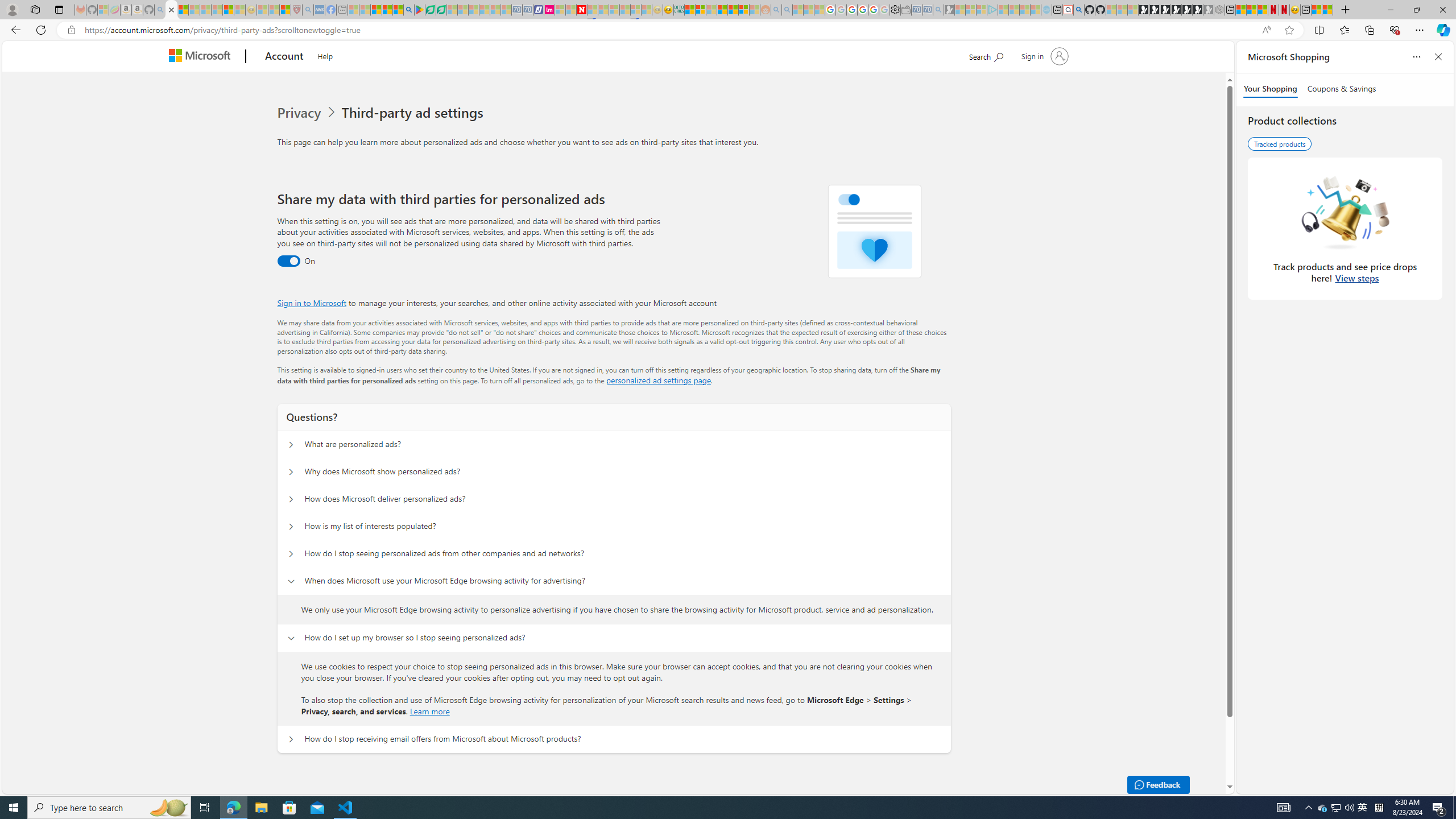 This screenshot has height=819, width=1456. What do you see at coordinates (295, 9) in the screenshot?
I see `'Robert H. Shmerling, MD - Harvard Health - Sleeping'` at bounding box center [295, 9].